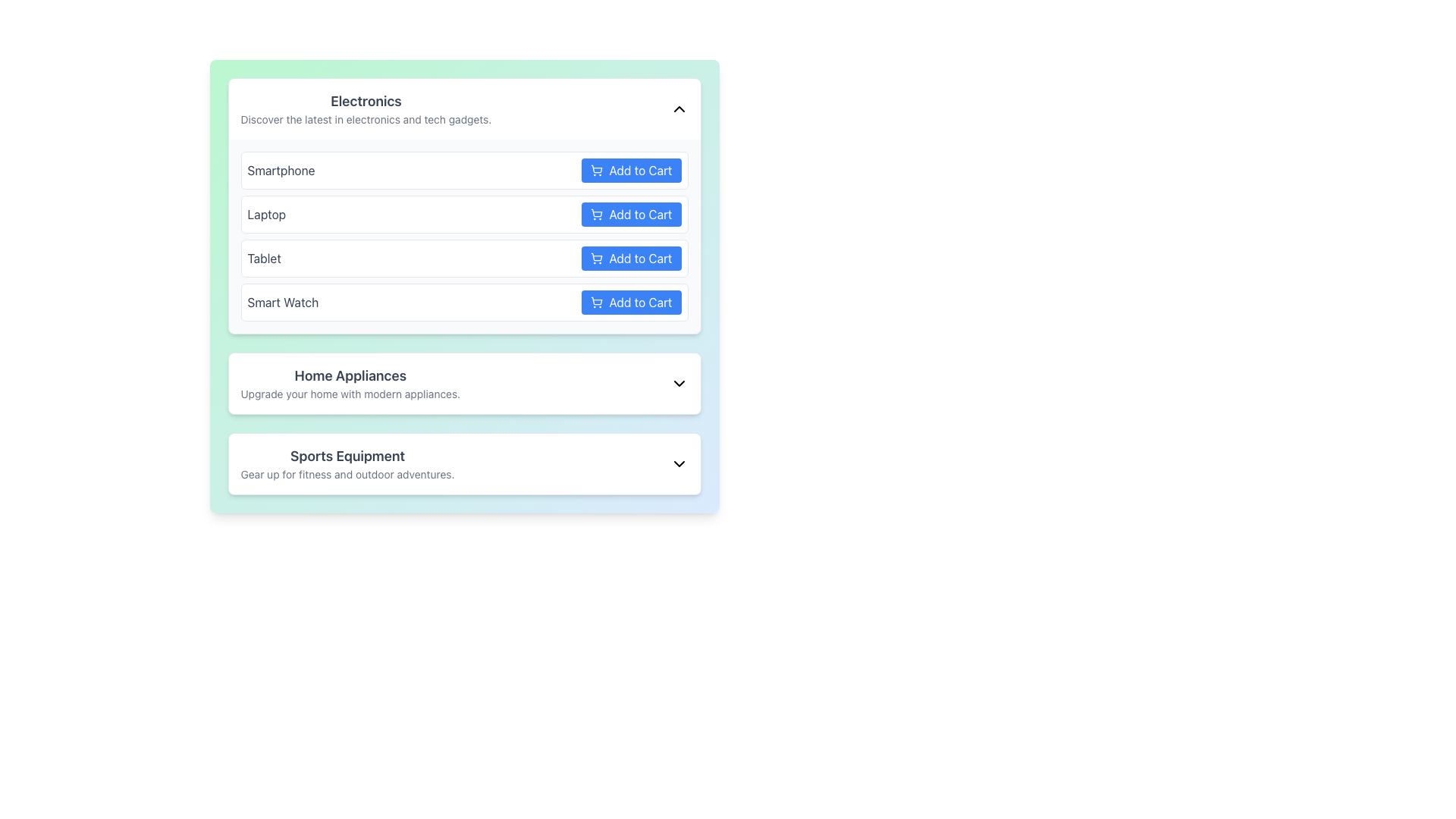 The height and width of the screenshot is (819, 1456). What do you see at coordinates (463, 108) in the screenshot?
I see `the 'Electronics' category header` at bounding box center [463, 108].